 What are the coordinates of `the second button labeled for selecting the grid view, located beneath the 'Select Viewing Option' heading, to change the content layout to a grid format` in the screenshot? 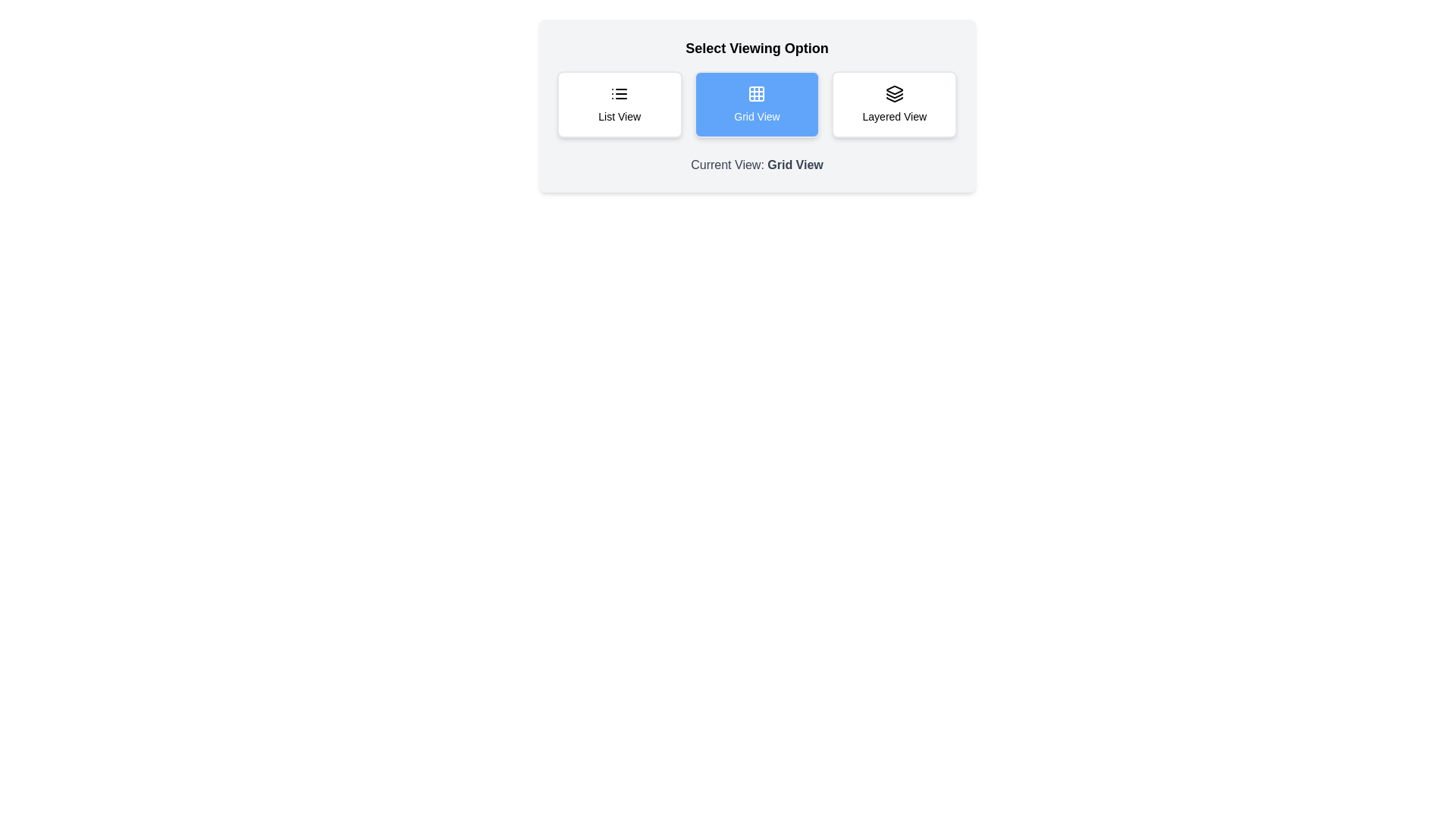 It's located at (757, 104).